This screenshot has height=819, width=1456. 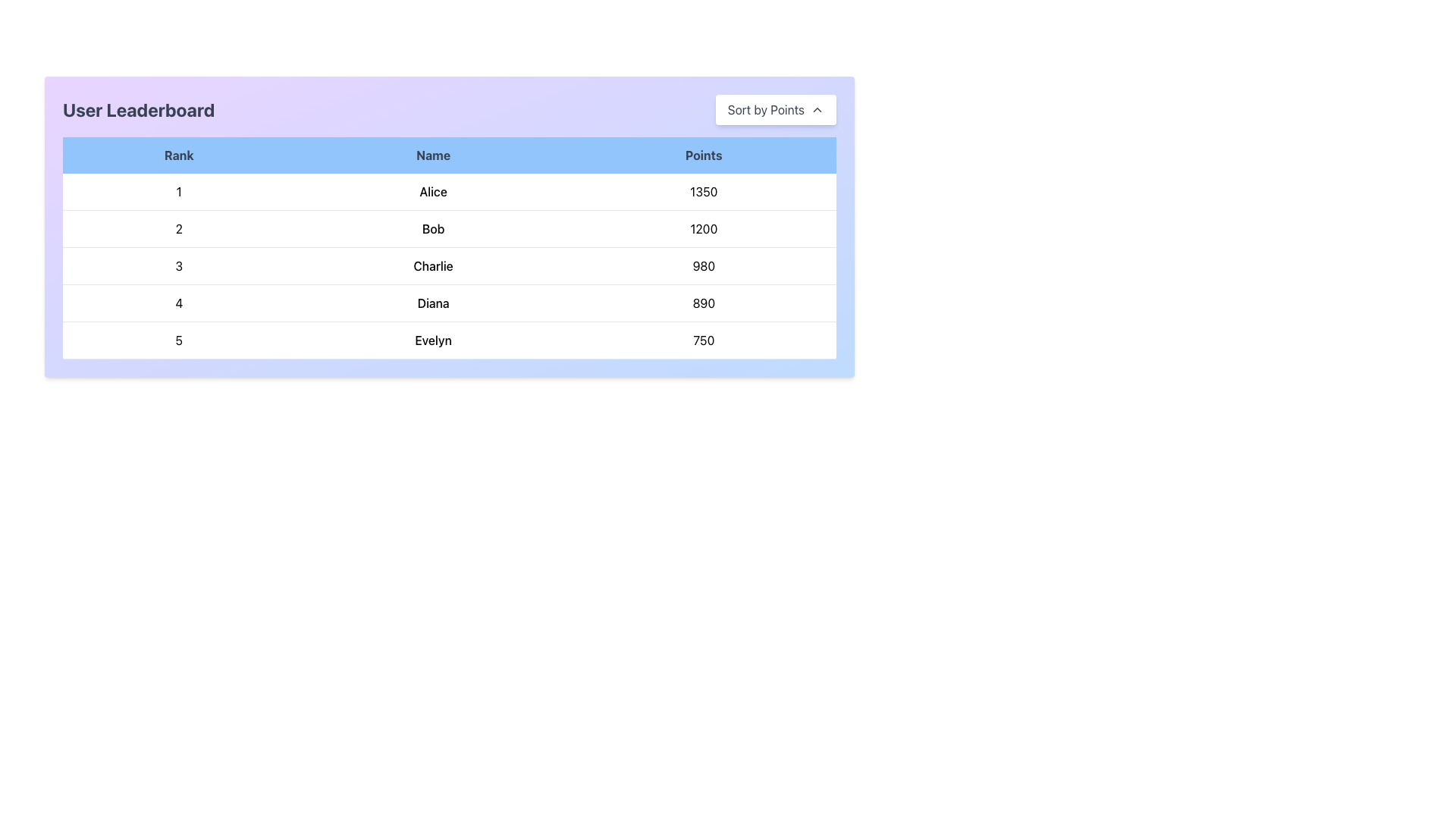 I want to click on the upward-facing chevron icon located at the top-right corner of the 'Sort by Points' button, so click(x=817, y=109).